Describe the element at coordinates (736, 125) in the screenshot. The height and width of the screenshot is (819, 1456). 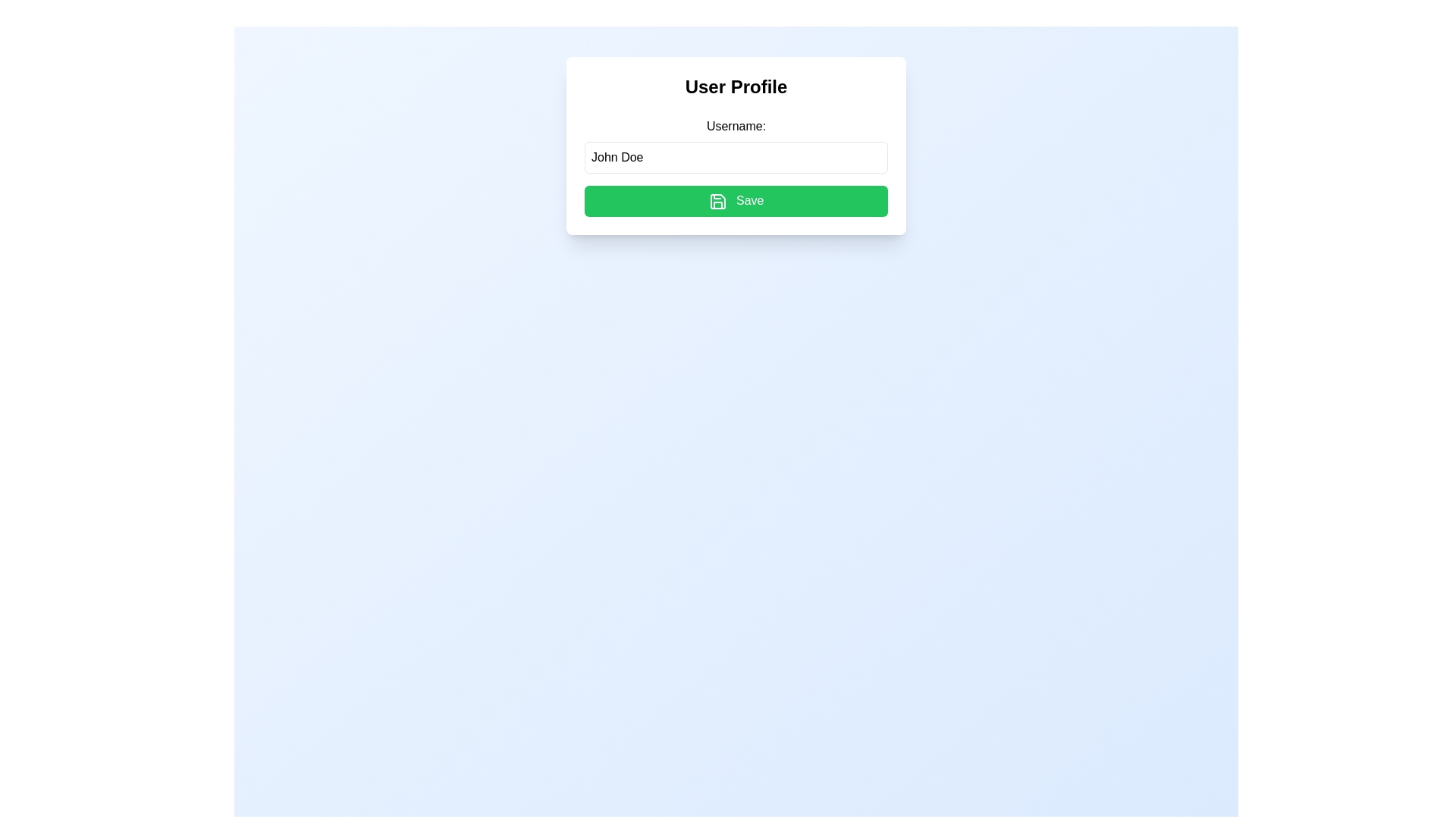
I see `the Text Label that describes the username input field located in the top section of the 'User Profile' card interface` at that location.